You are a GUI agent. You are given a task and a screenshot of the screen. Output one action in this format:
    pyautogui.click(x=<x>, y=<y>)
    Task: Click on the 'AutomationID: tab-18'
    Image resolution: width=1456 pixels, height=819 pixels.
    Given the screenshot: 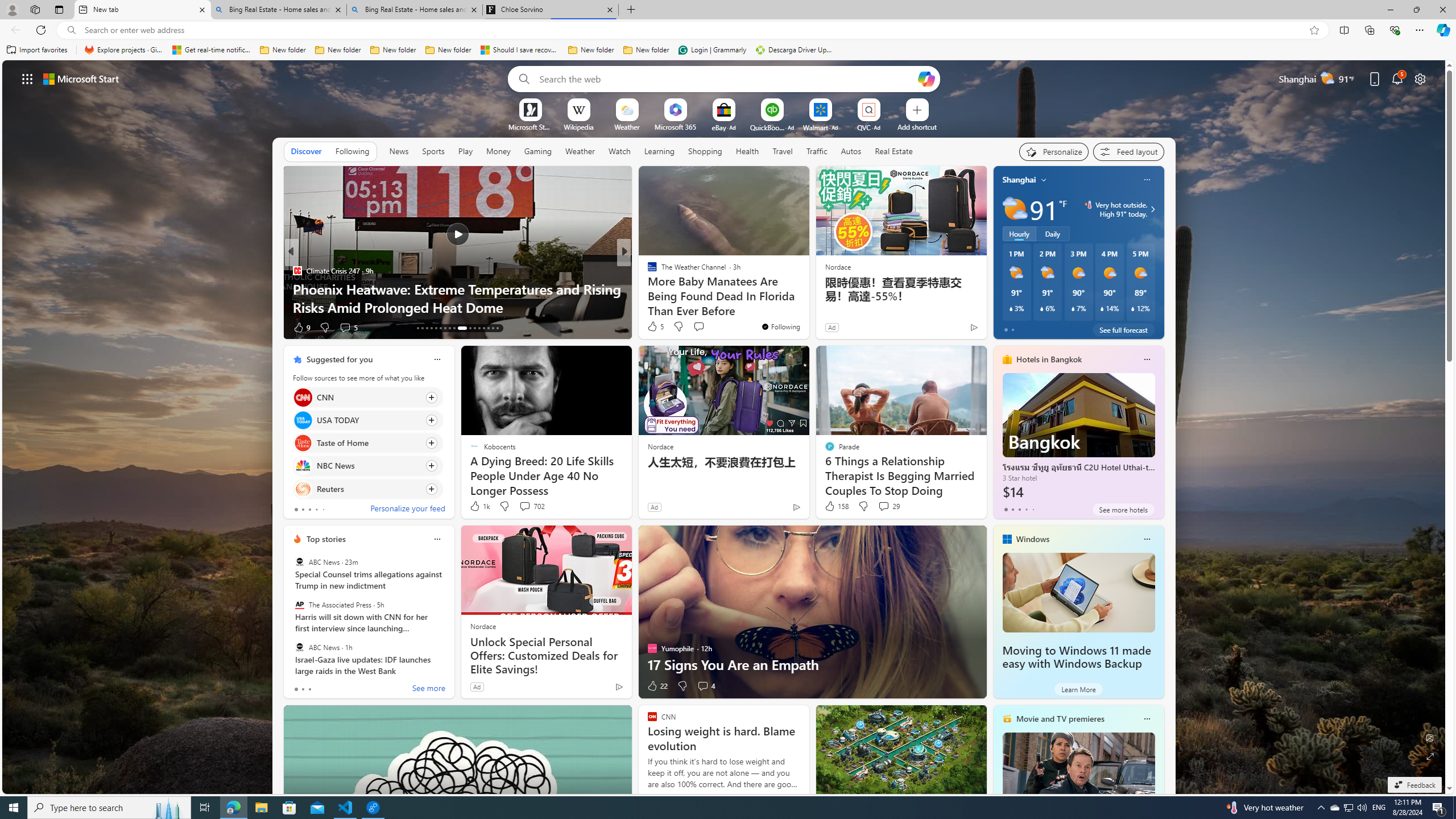 What is the action you would take?
    pyautogui.click(x=440, y=328)
    